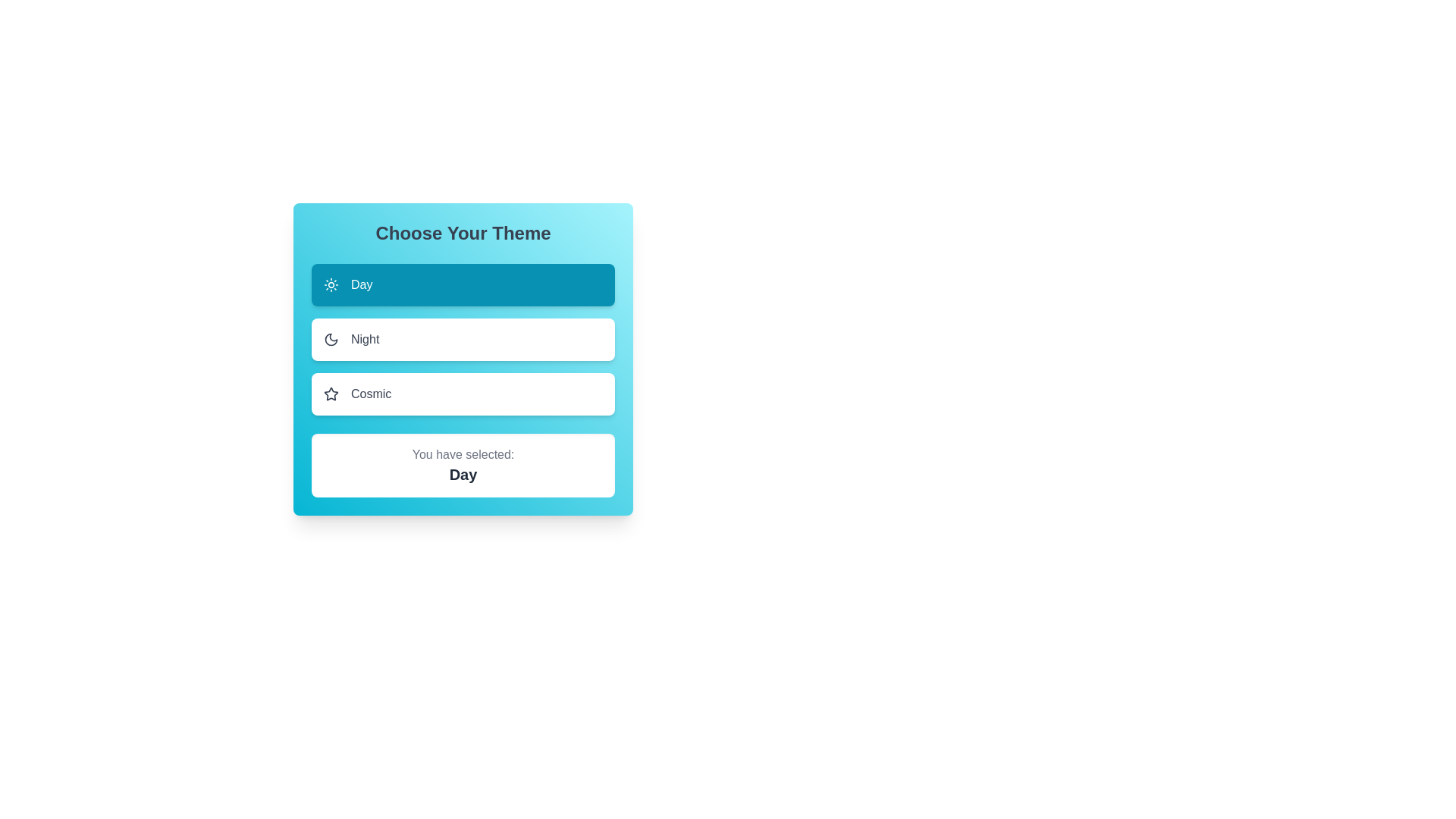 This screenshot has width=1456, height=819. I want to click on text label displaying 'Cosmic' which is styled with medium font weight, located in a thematic selection interface, aligned to the right of a star icon, so click(371, 394).